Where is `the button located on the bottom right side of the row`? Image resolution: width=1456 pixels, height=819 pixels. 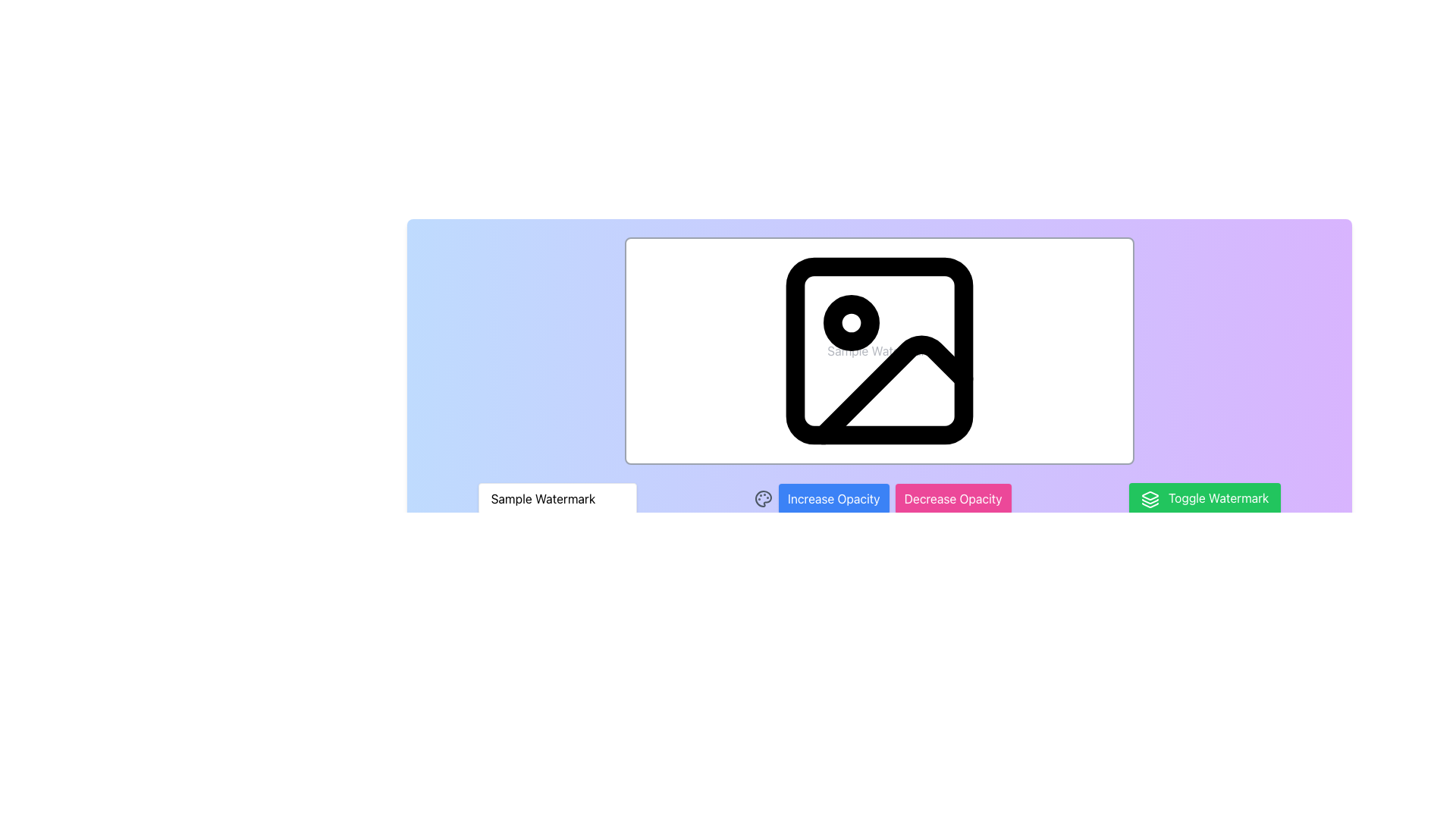
the button located on the bottom right side of the row is located at coordinates (1203, 499).